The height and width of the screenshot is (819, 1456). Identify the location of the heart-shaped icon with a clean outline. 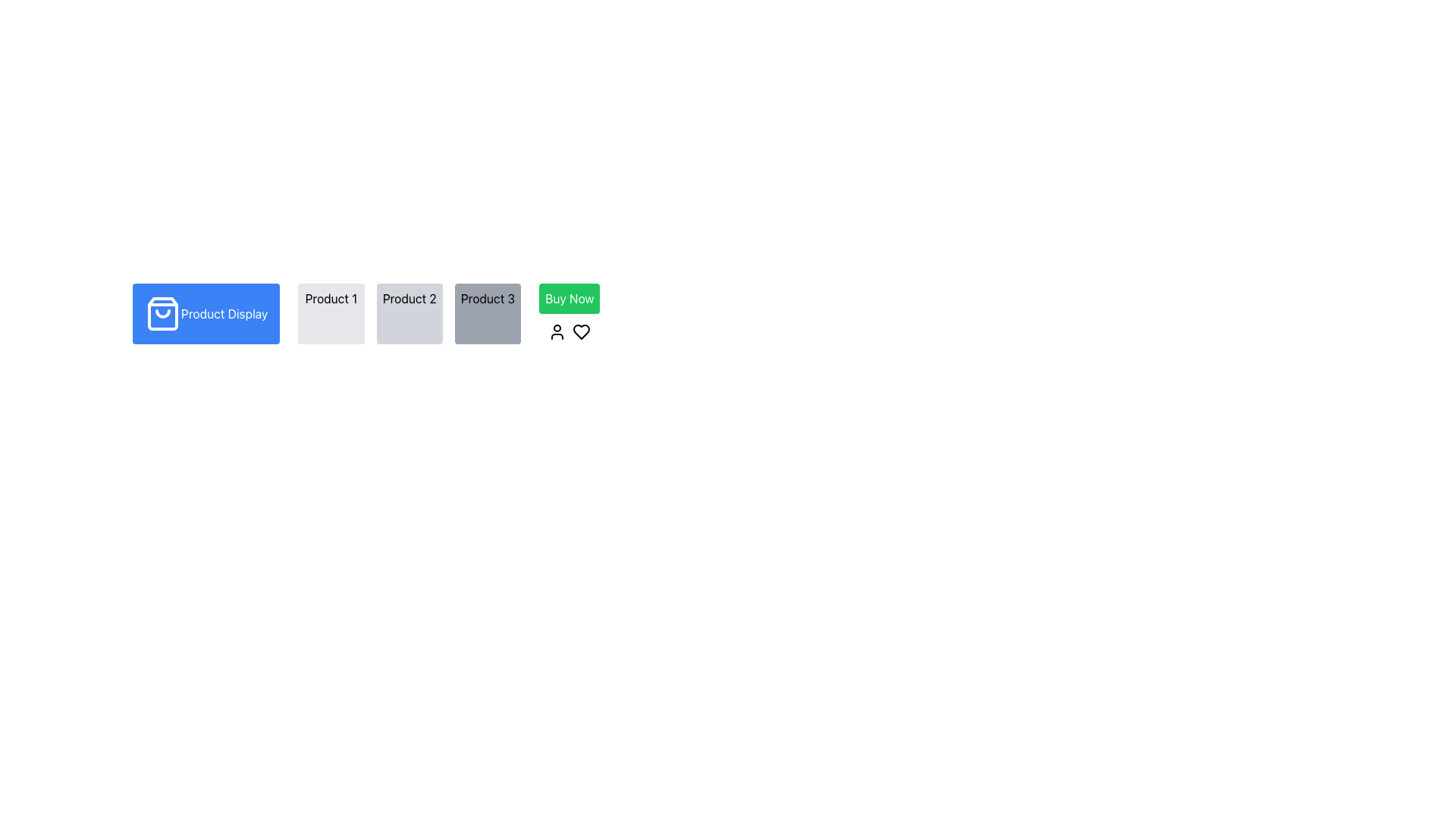
(581, 331).